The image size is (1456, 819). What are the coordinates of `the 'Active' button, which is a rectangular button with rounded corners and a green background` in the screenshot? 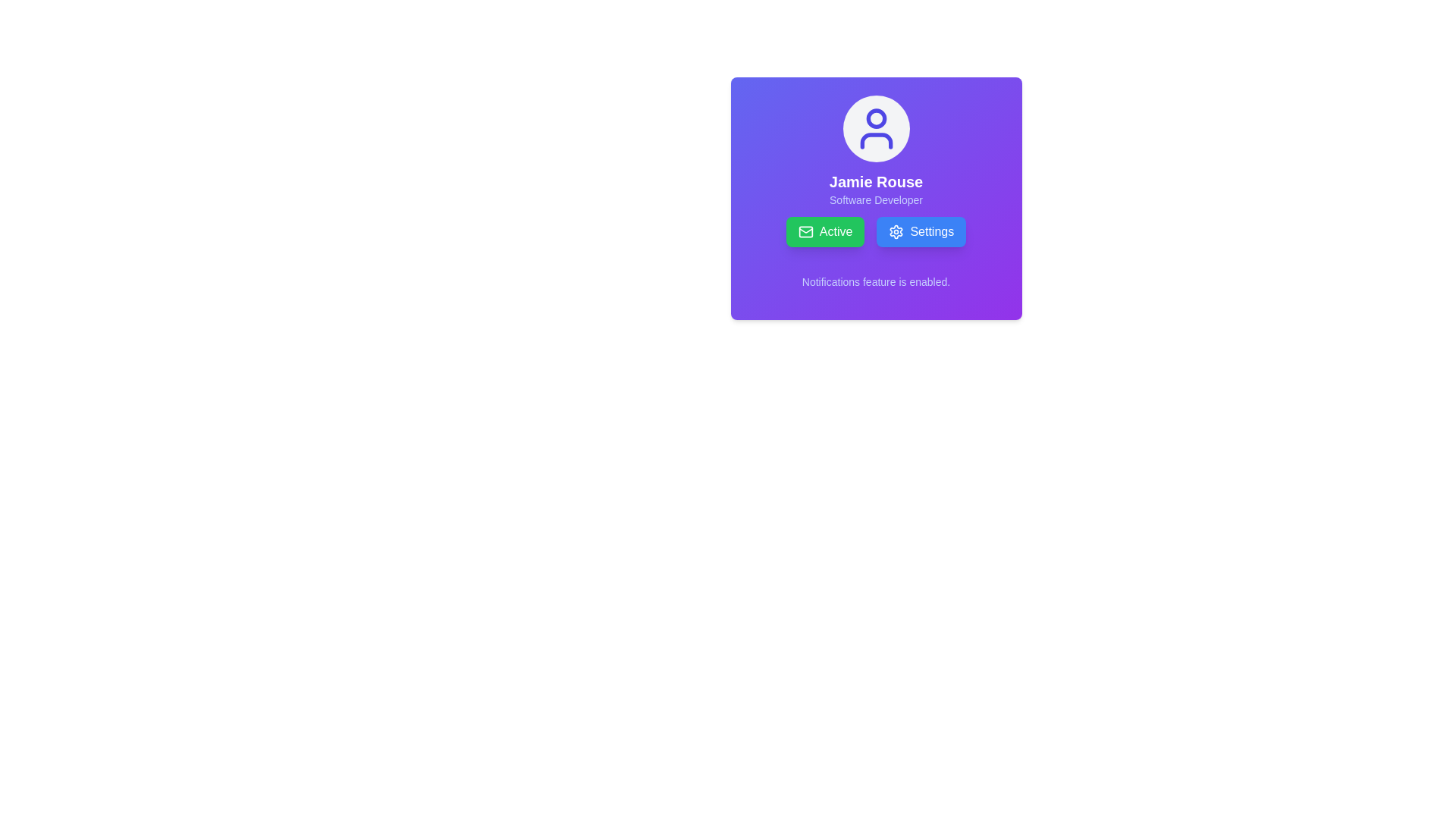 It's located at (824, 231).